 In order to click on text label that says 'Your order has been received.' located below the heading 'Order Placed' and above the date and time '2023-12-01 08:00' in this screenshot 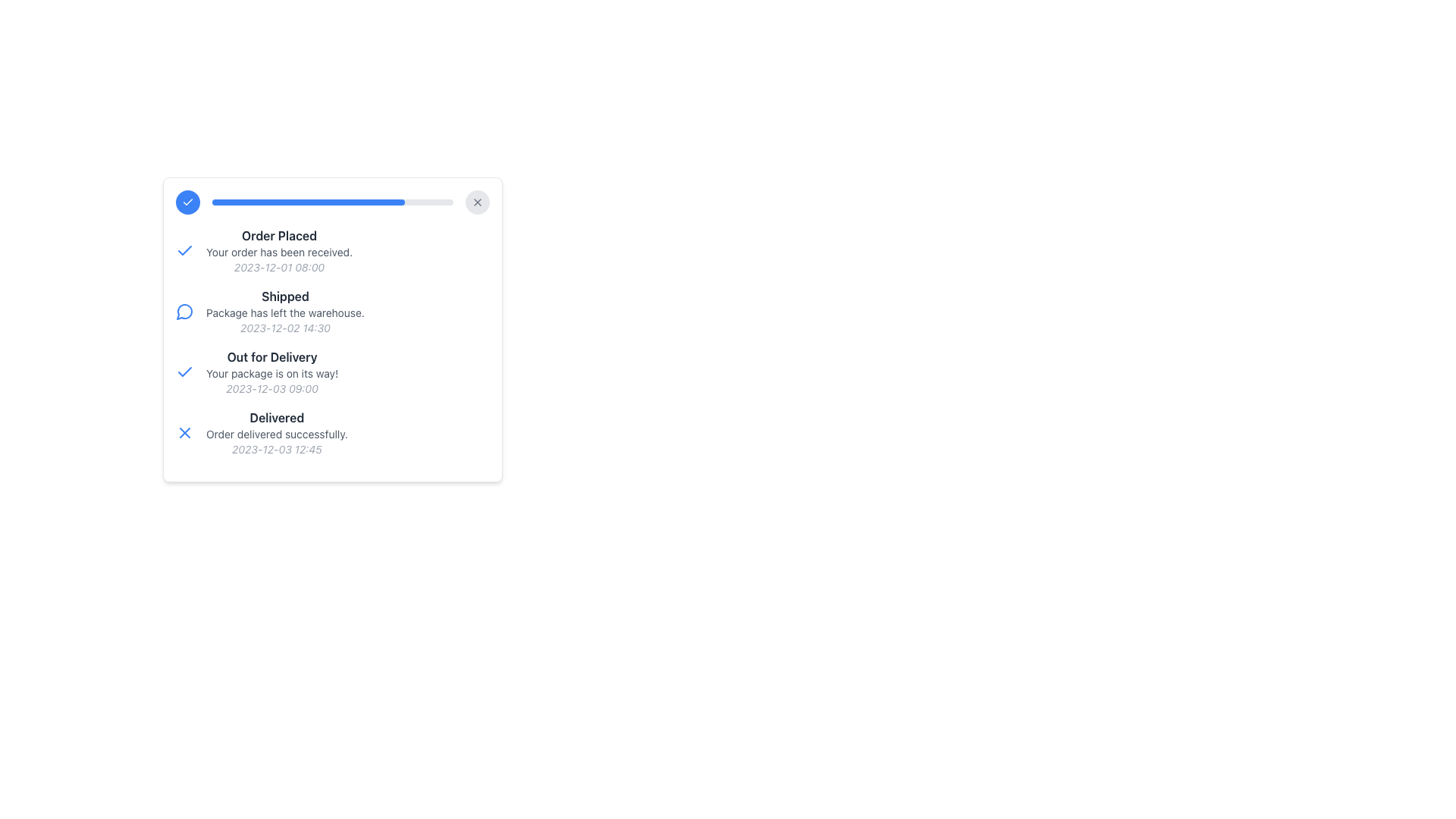, I will do `click(279, 251)`.